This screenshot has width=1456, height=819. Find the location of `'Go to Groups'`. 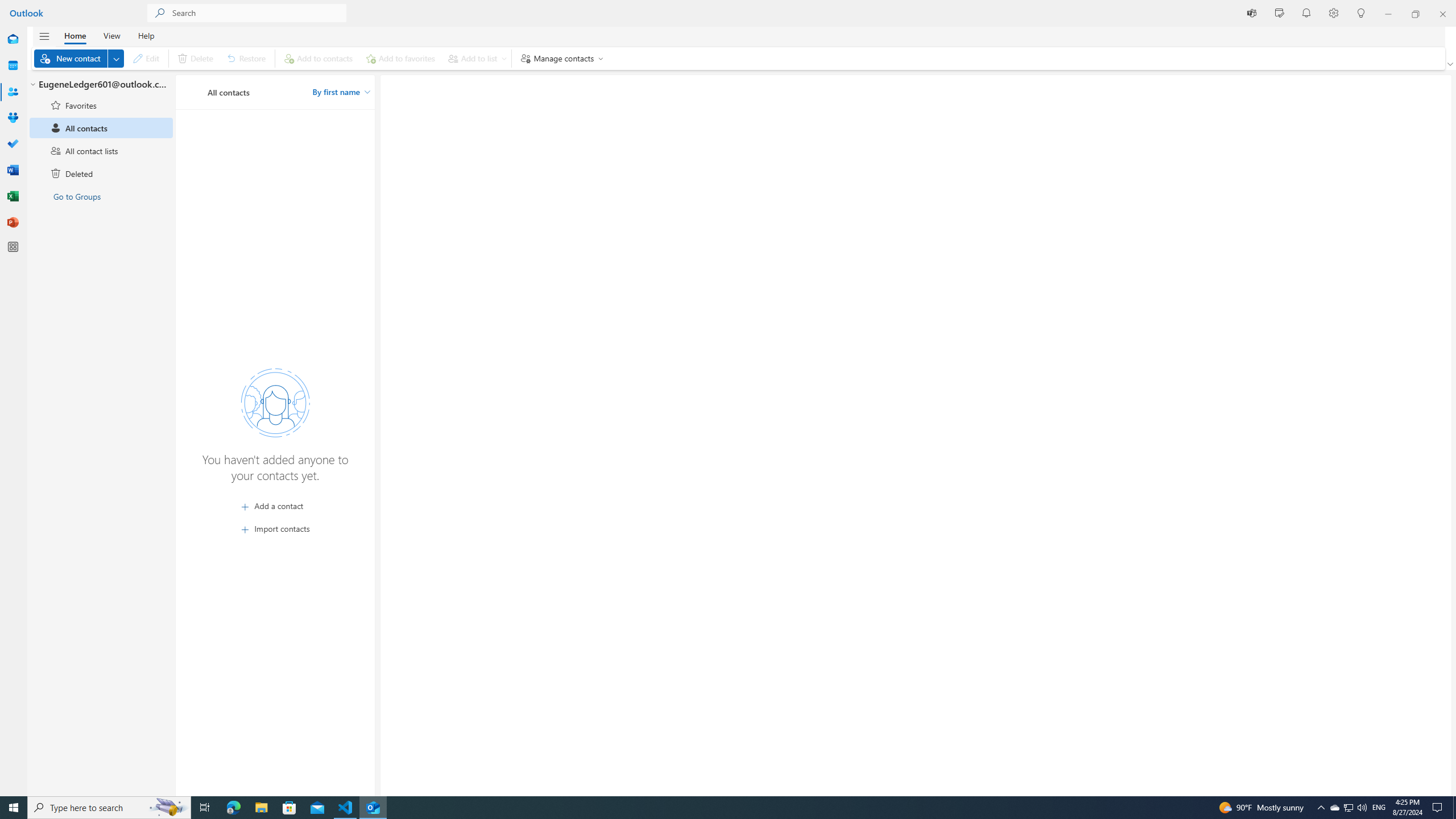

'Go to Groups' is located at coordinates (100, 196).